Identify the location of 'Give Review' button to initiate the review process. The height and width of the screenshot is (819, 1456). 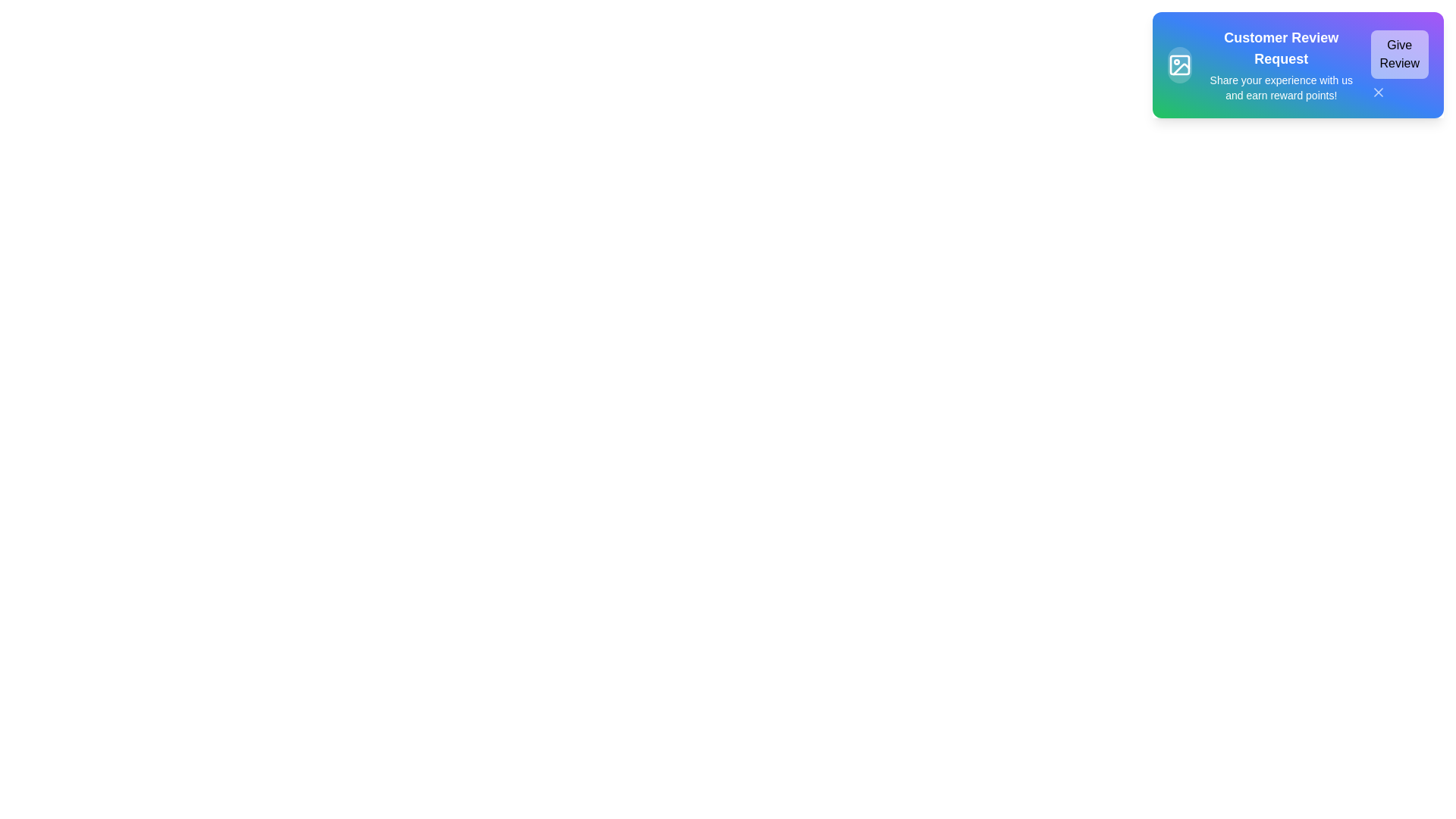
(1398, 54).